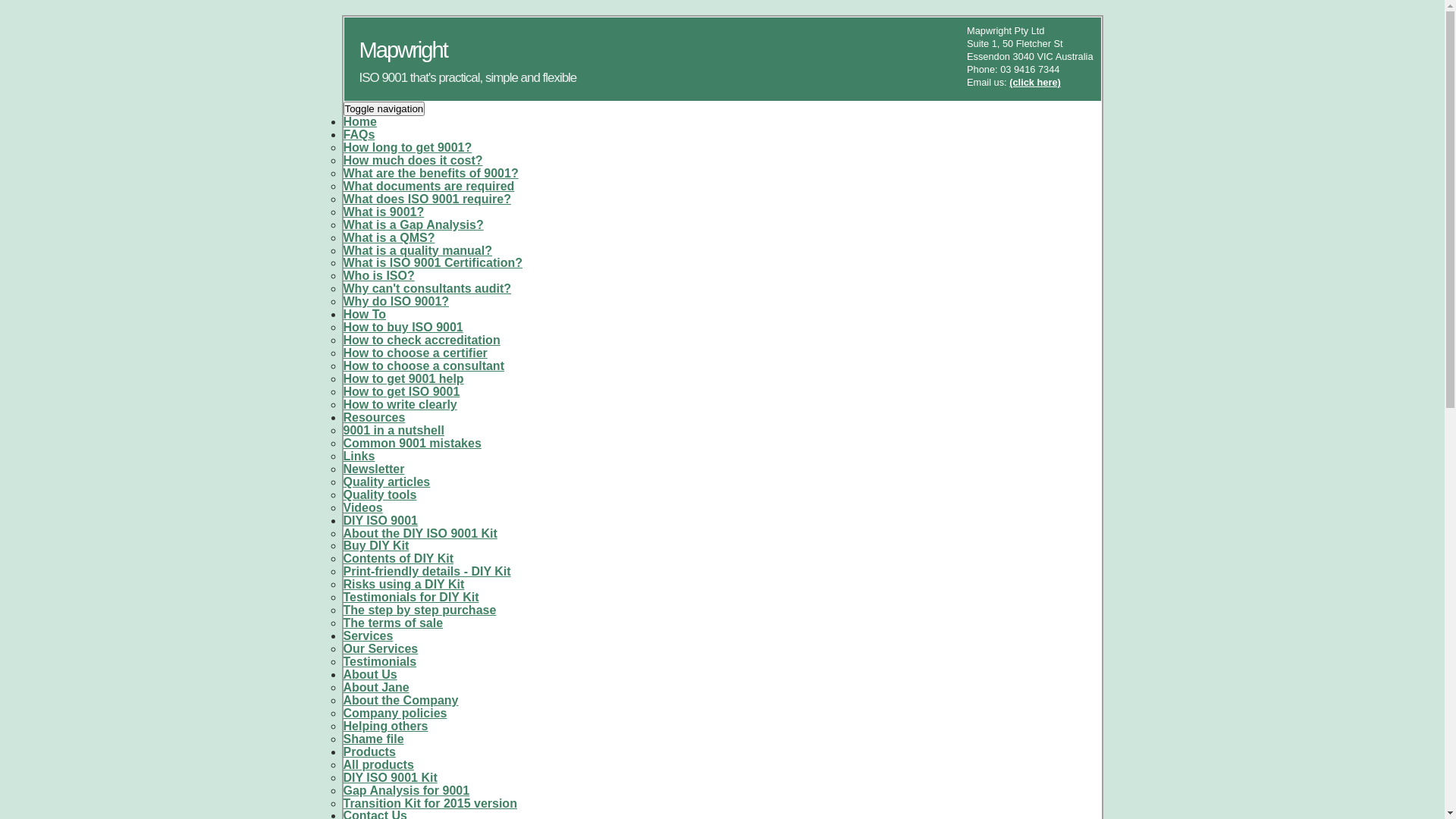 This screenshot has height=819, width=1456. I want to click on 'The terms of sale', so click(341, 623).